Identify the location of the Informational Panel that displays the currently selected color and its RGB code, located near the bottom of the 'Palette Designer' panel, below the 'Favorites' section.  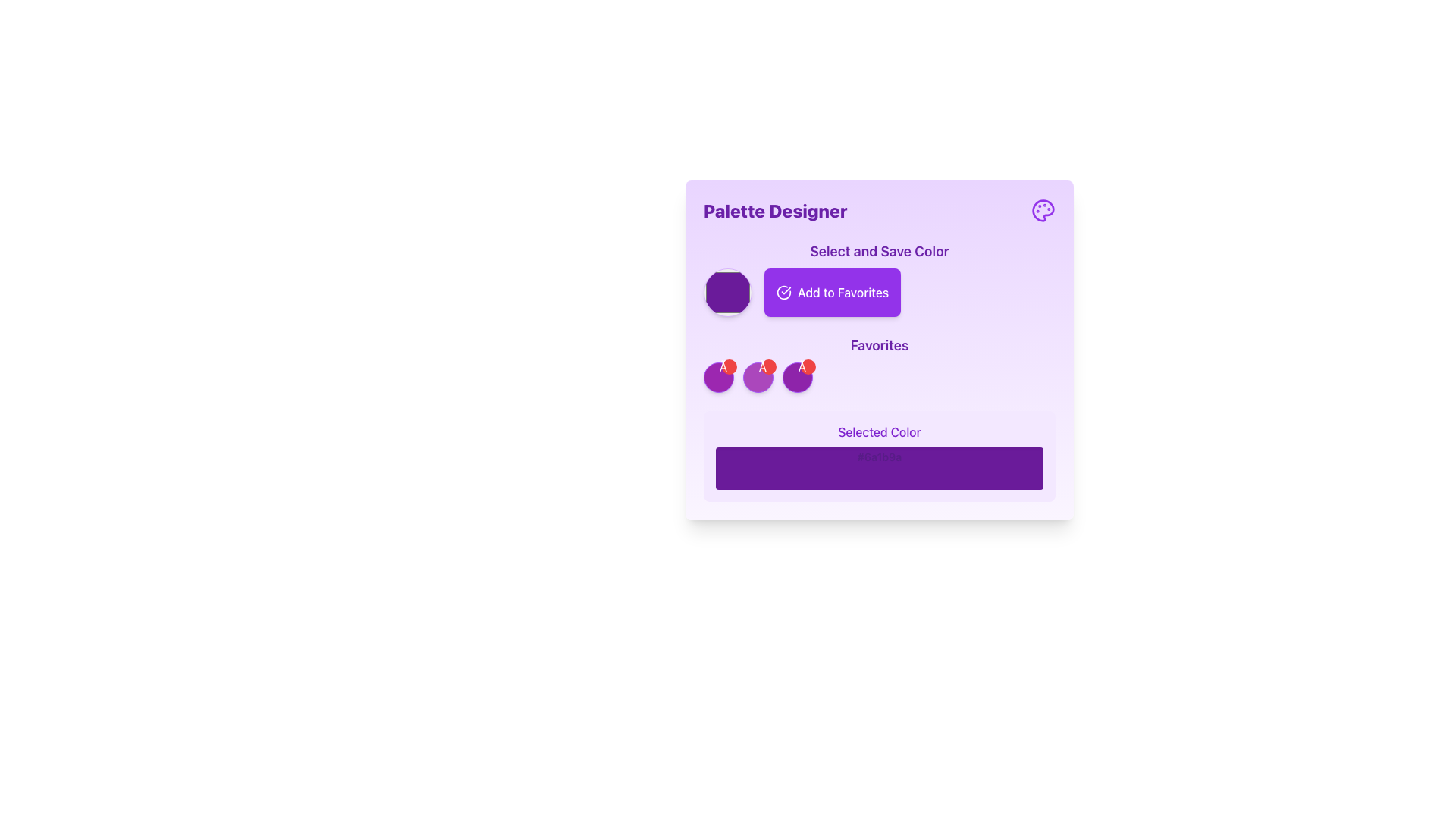
(880, 455).